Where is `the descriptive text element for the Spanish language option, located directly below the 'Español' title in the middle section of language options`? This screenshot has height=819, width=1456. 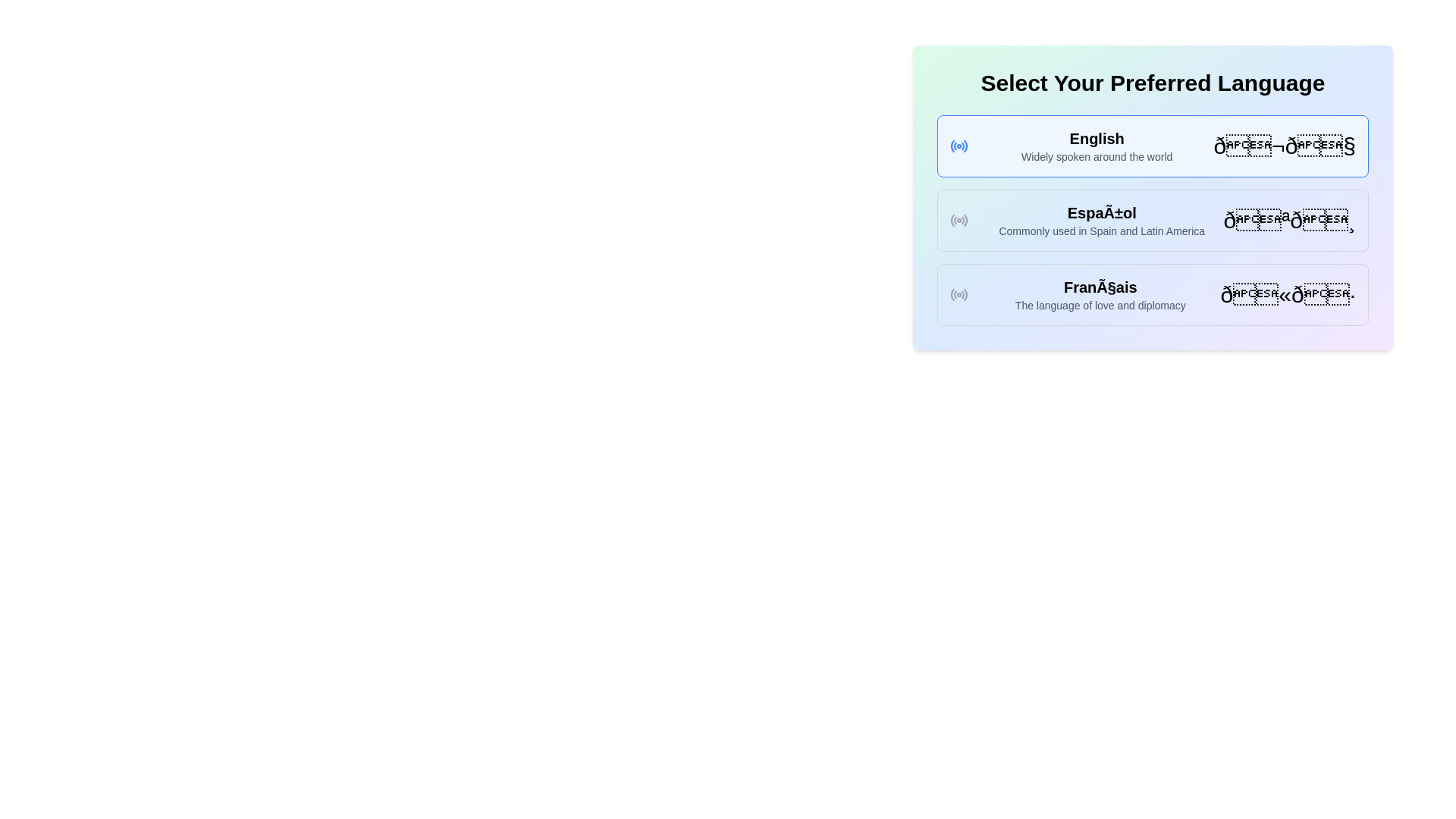
the descriptive text element for the Spanish language option, located directly below the 'Español' title in the middle section of language options is located at coordinates (1102, 231).